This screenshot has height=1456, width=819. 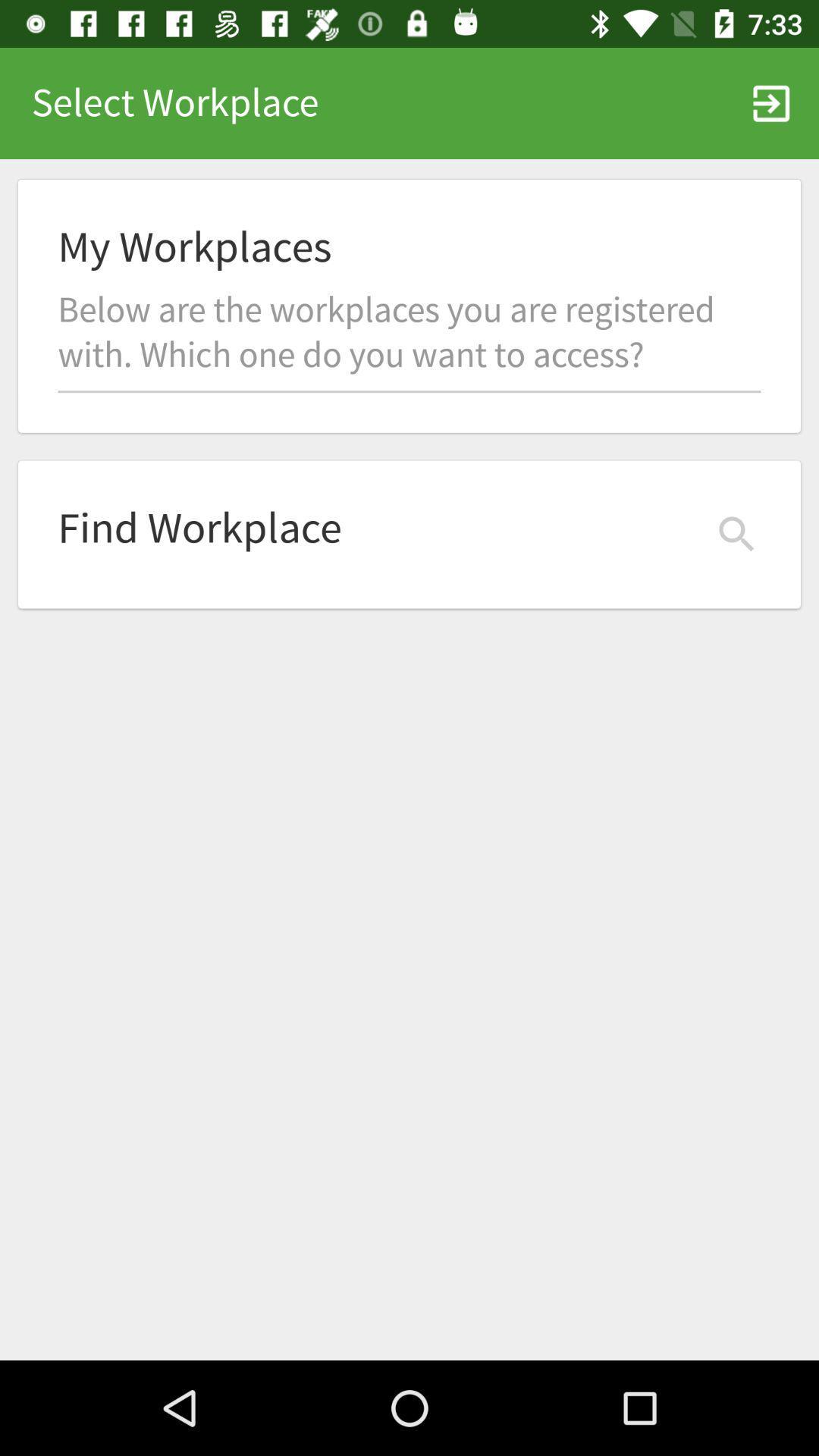 I want to click on icon next to select workplace icon, so click(x=771, y=102).